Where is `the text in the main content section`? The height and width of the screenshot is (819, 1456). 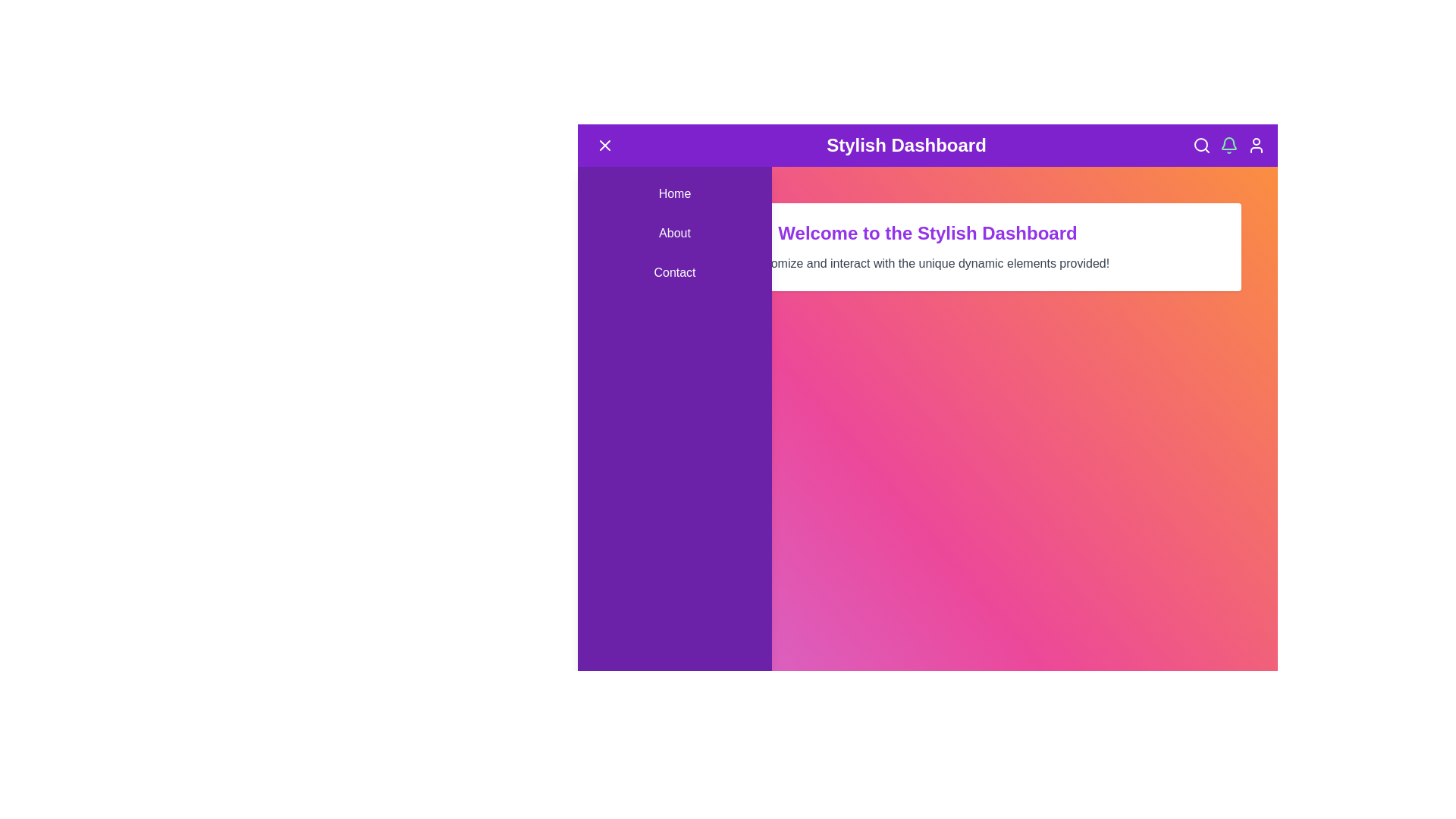 the text in the main content section is located at coordinates (632, 221).